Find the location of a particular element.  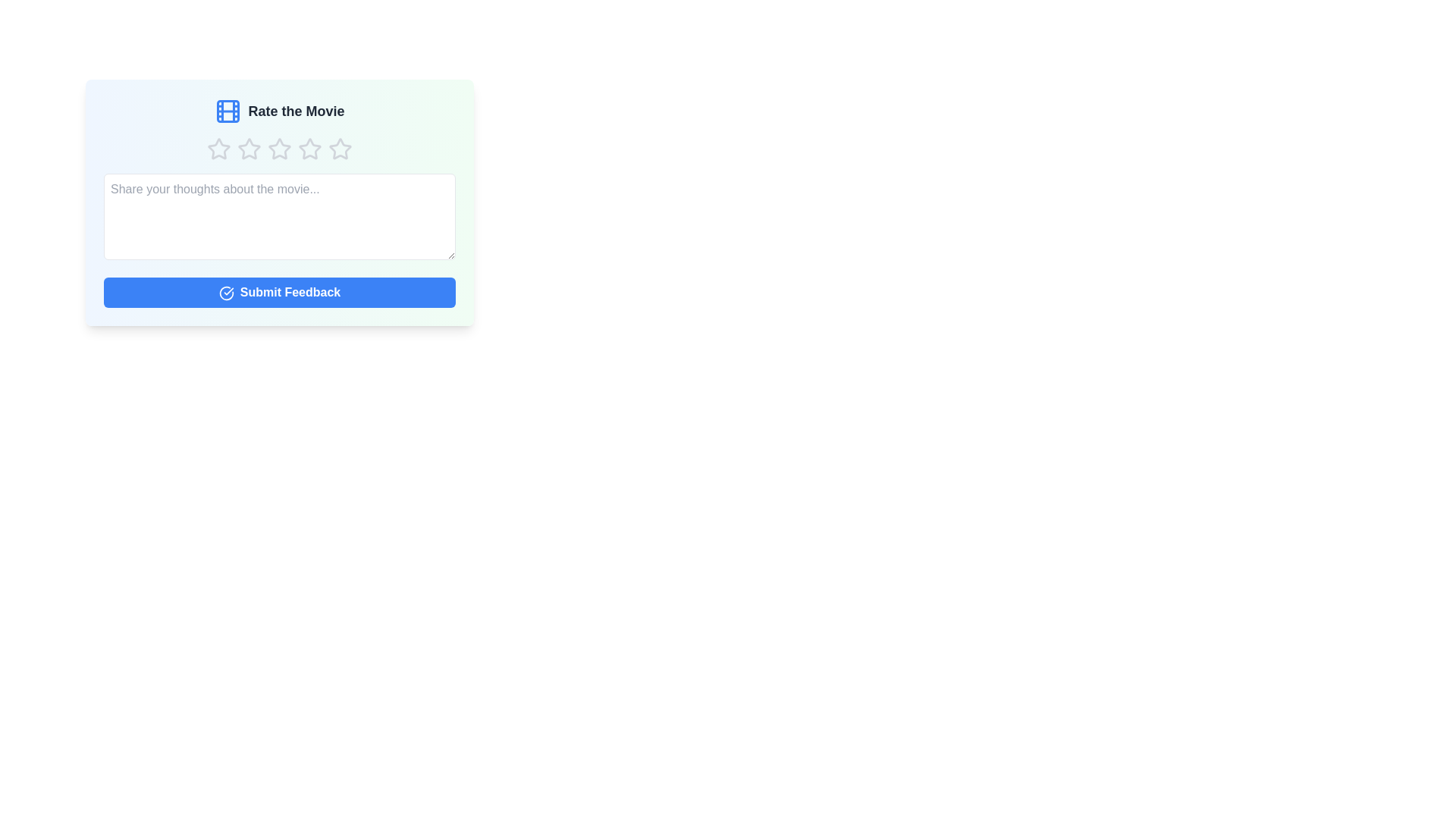

the star corresponding to the rating 2 is located at coordinates (249, 149).